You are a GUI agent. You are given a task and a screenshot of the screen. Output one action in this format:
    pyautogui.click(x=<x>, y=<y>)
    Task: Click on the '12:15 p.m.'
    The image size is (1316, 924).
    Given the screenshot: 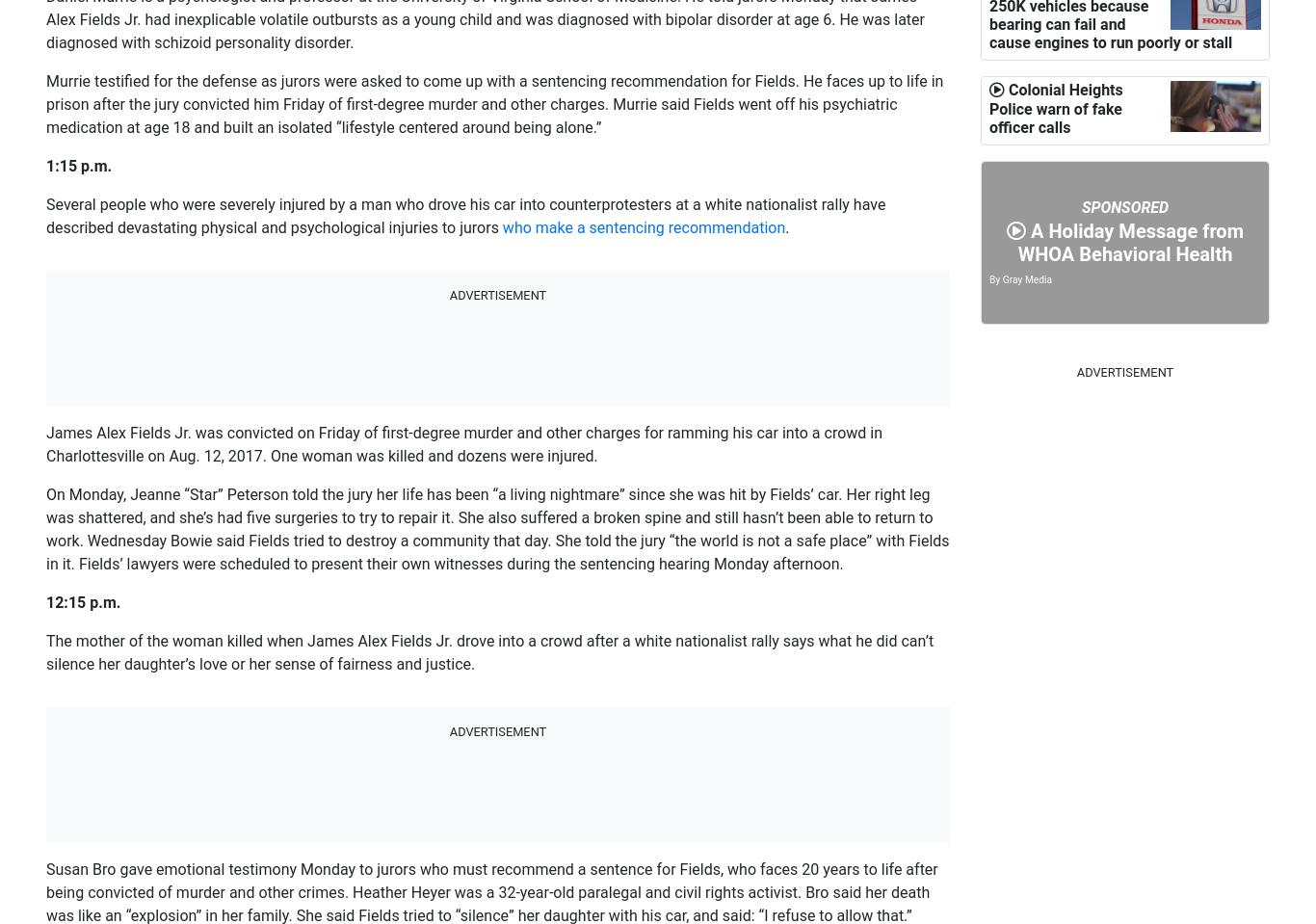 What is the action you would take?
    pyautogui.click(x=83, y=602)
    